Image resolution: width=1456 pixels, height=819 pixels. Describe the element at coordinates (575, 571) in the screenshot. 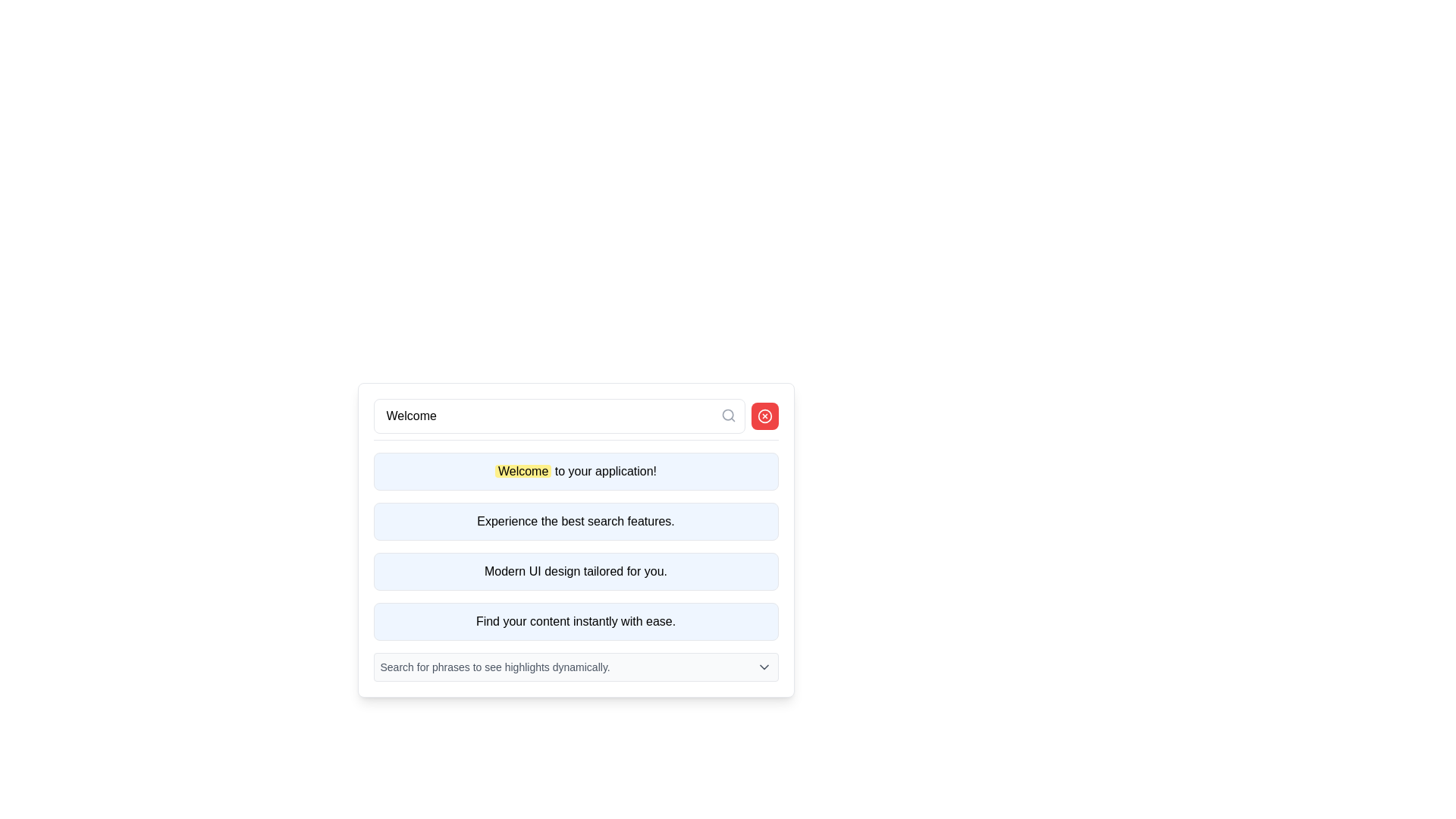

I see `the third Static Content Card in the list, which is positioned between the card stating 'Experience the best search features.' and the card stating 'Find your content instantly with ease.'` at that location.